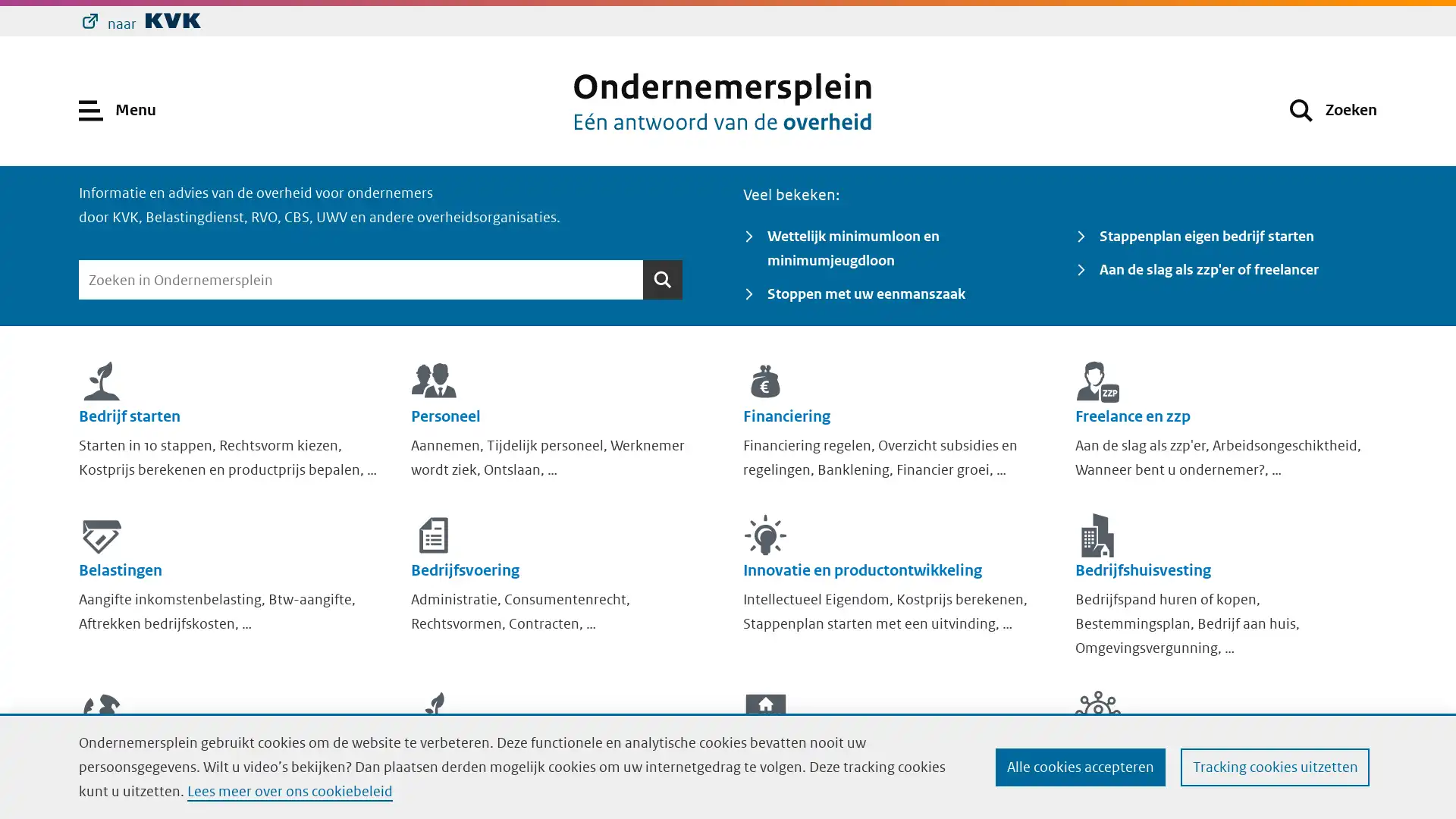 This screenshot has height=819, width=1456. What do you see at coordinates (662, 281) in the screenshot?
I see `Zoeken Zoeken` at bounding box center [662, 281].